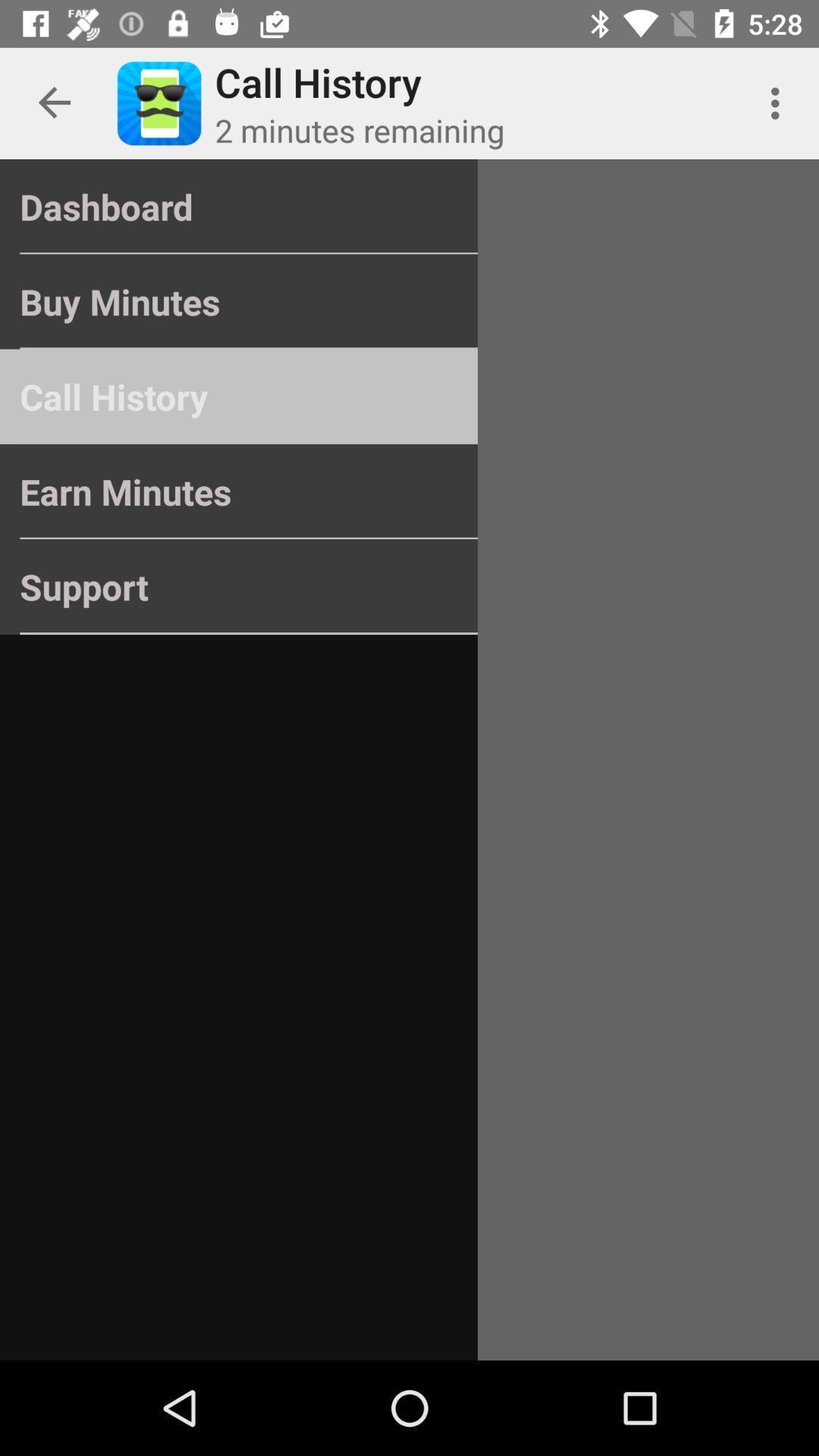 Image resolution: width=819 pixels, height=1456 pixels. What do you see at coordinates (239, 206) in the screenshot?
I see `item above the buy minutes` at bounding box center [239, 206].